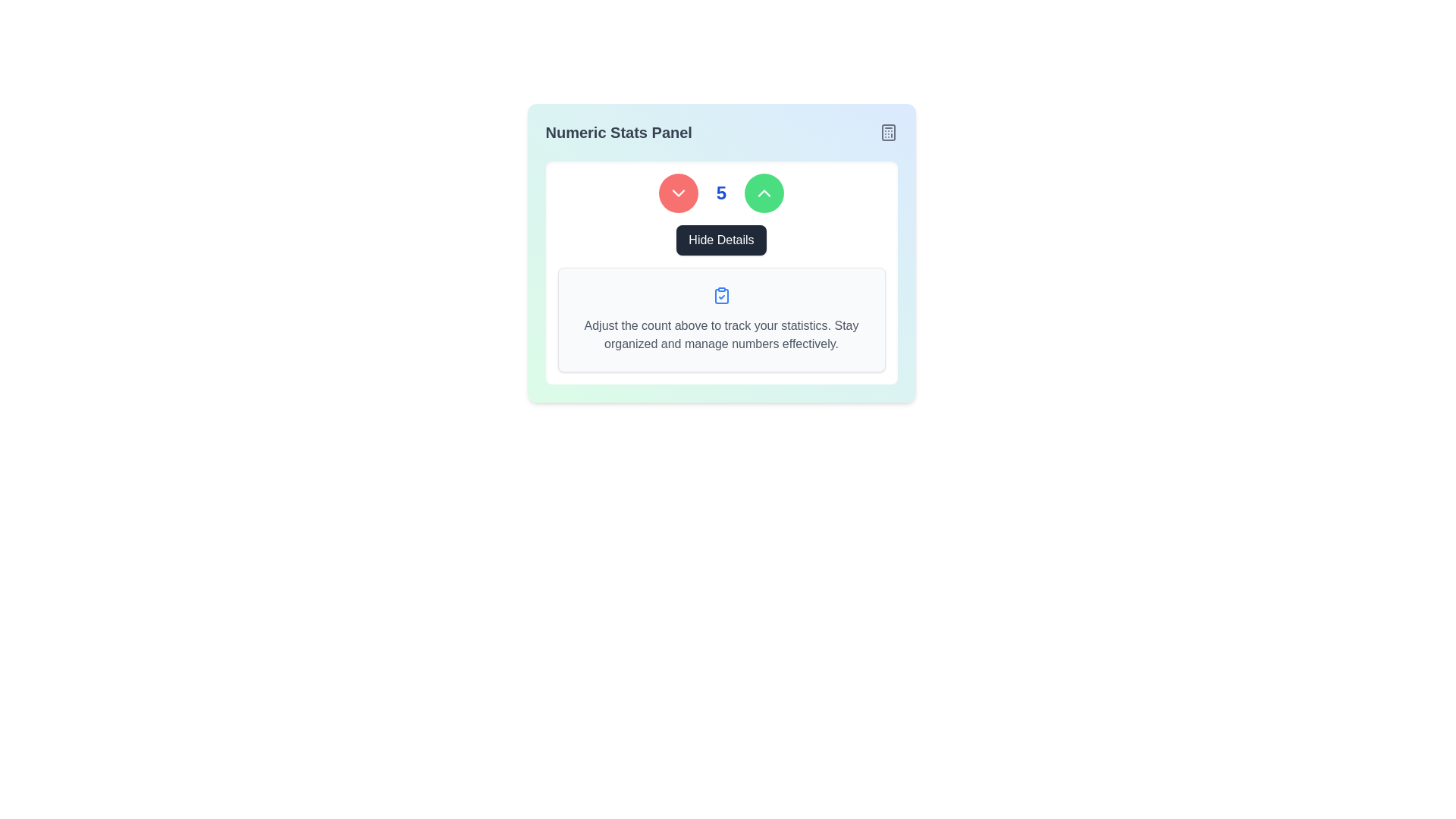  I want to click on the upward chevron icon located within the green circular button situated on the upper portion of the panel, to the right of the numeric value '5', so click(764, 192).